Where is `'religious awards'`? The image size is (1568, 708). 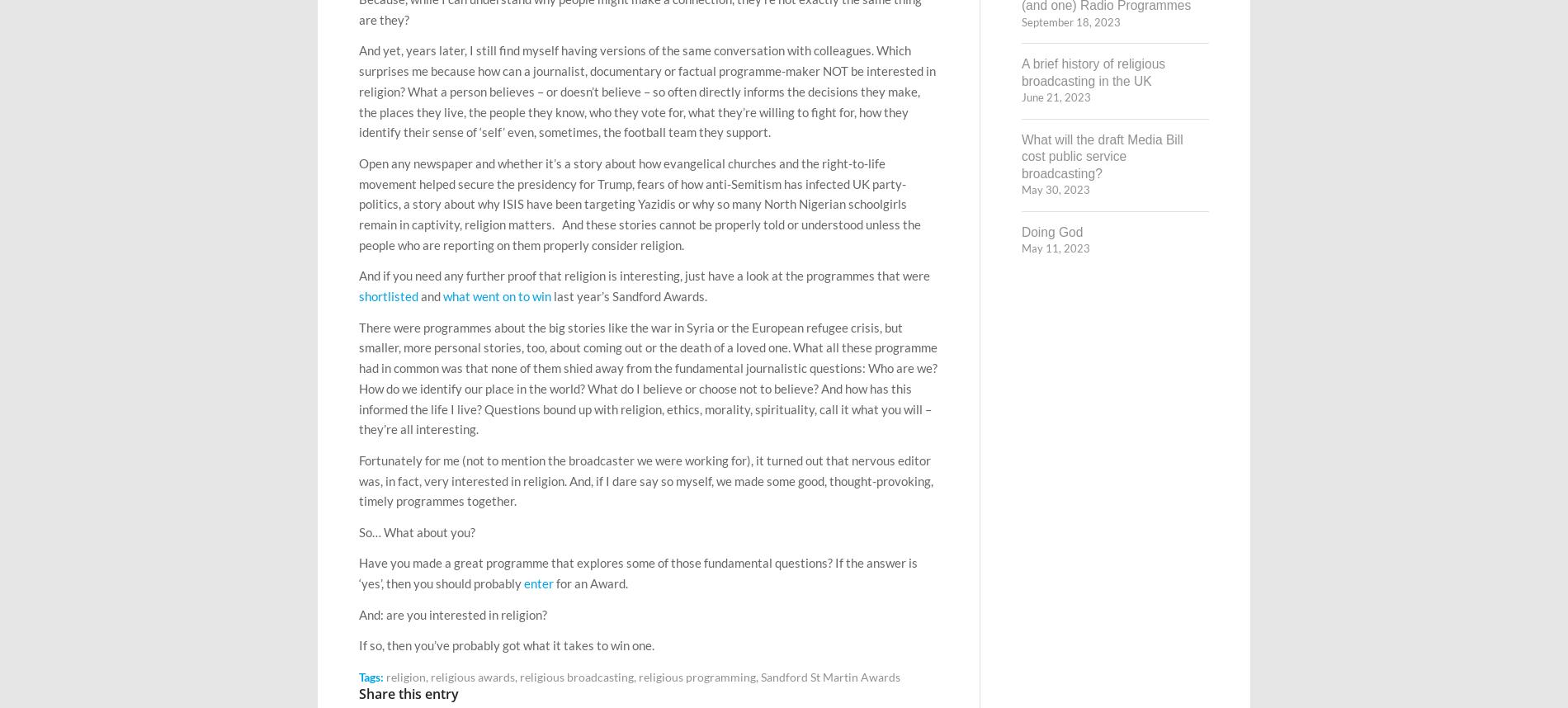 'religious awards' is located at coordinates (473, 675).